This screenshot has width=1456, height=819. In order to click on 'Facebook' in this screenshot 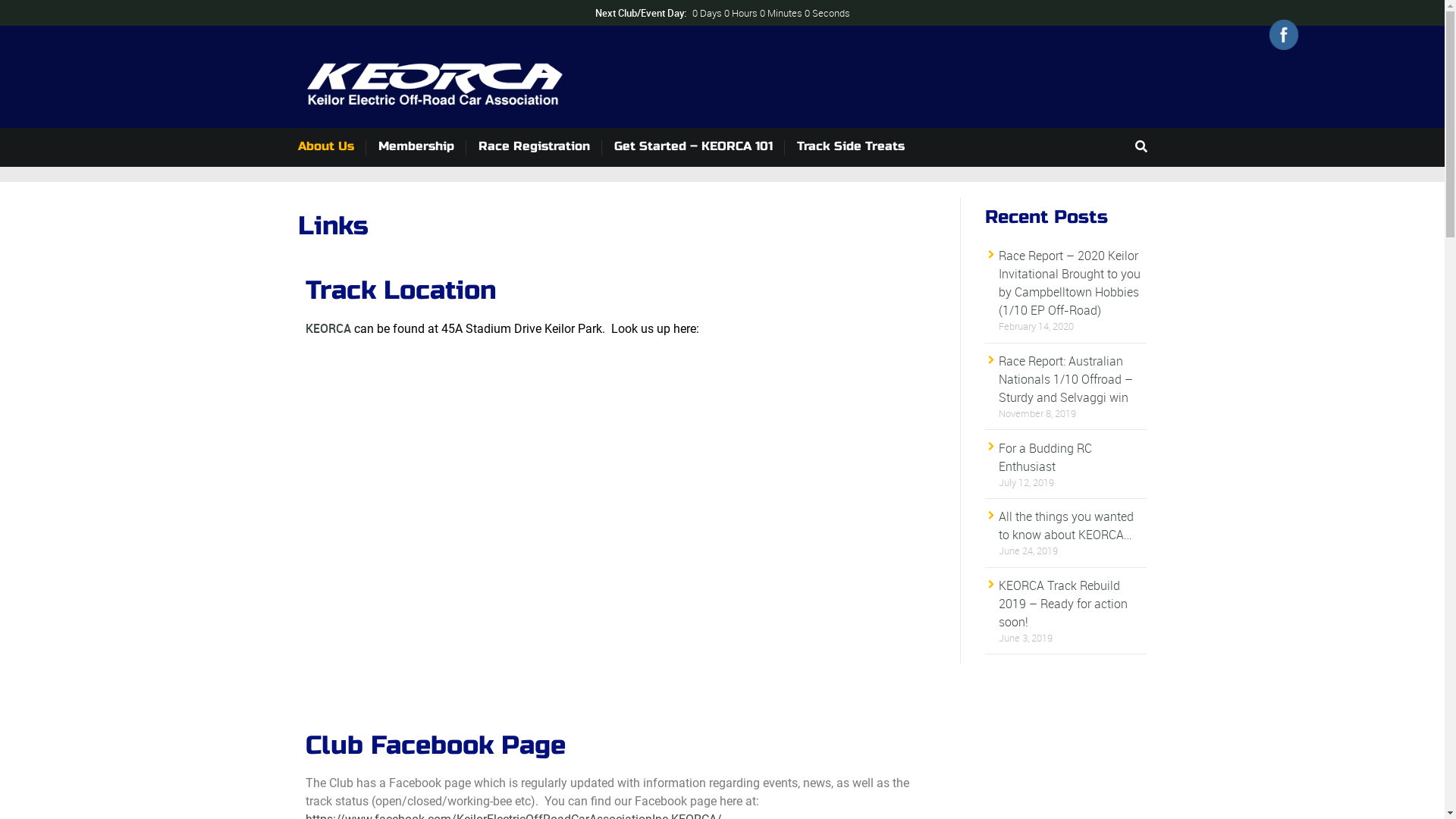, I will do `click(1283, 34)`.